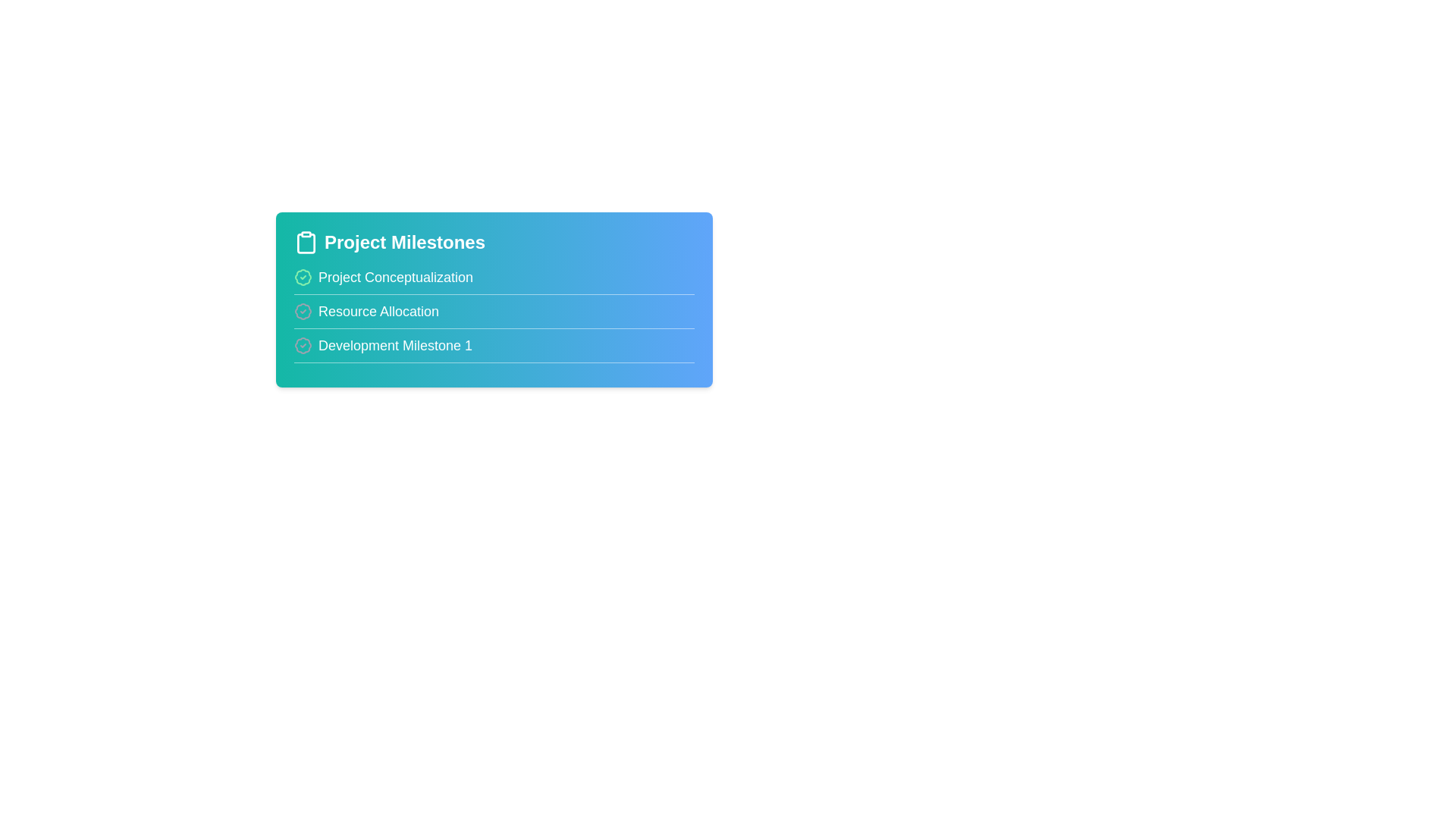 This screenshot has width=1456, height=819. I want to click on the milestone icon for Project Conceptualization to toggle its state, so click(303, 278).